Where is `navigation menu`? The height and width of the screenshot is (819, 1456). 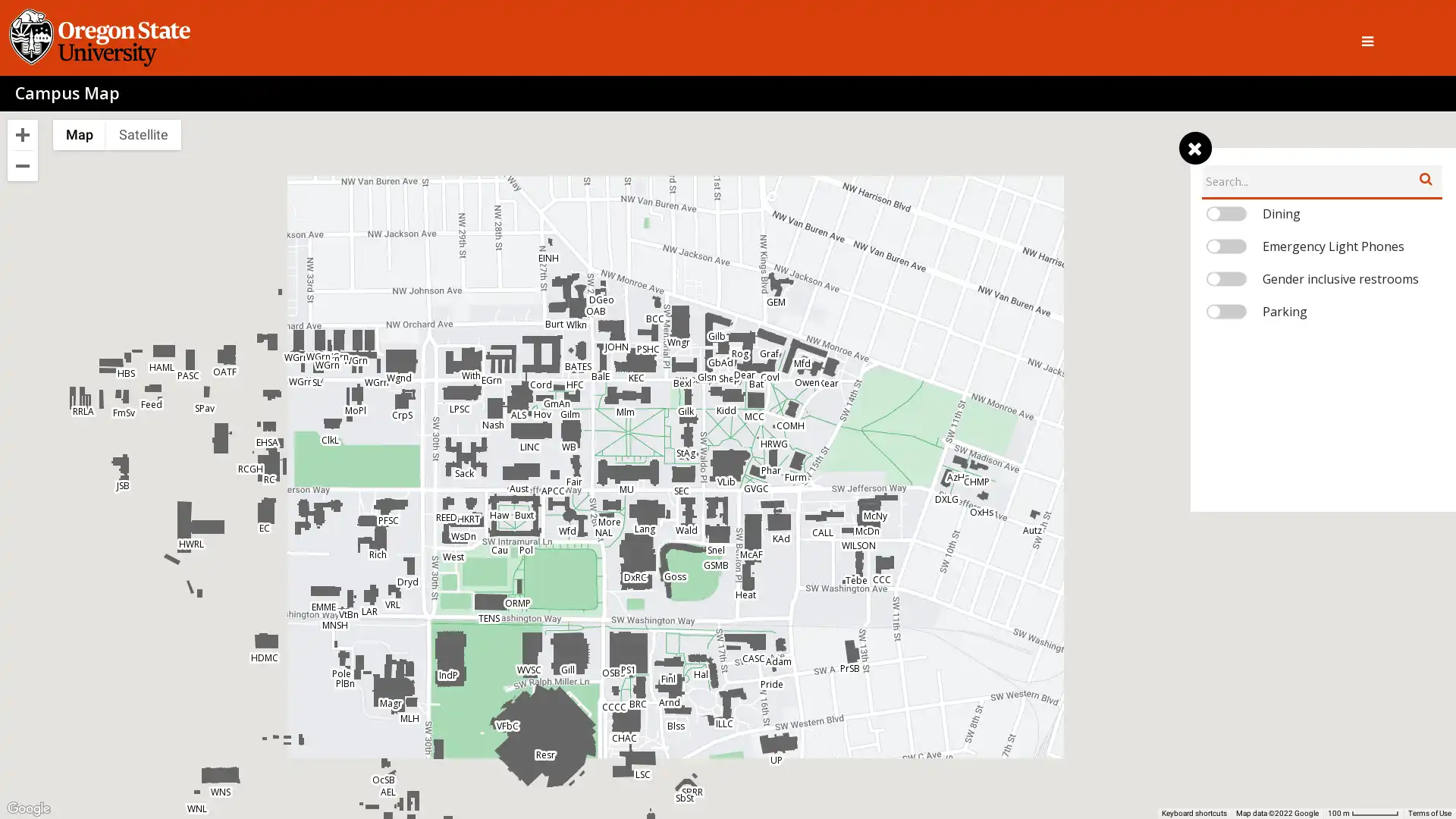 navigation menu is located at coordinates (1194, 149).